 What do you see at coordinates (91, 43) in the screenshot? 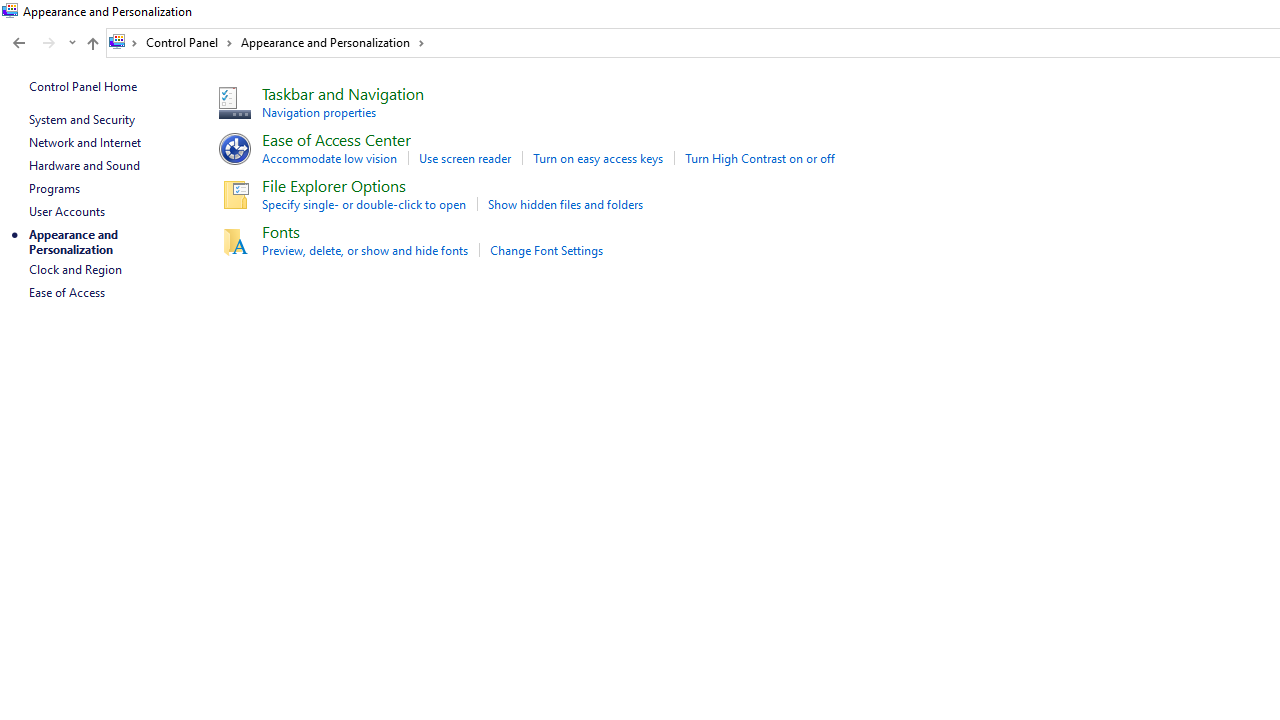
I see `'Up to "Control Panel" (Alt + Up Arrow)'` at bounding box center [91, 43].